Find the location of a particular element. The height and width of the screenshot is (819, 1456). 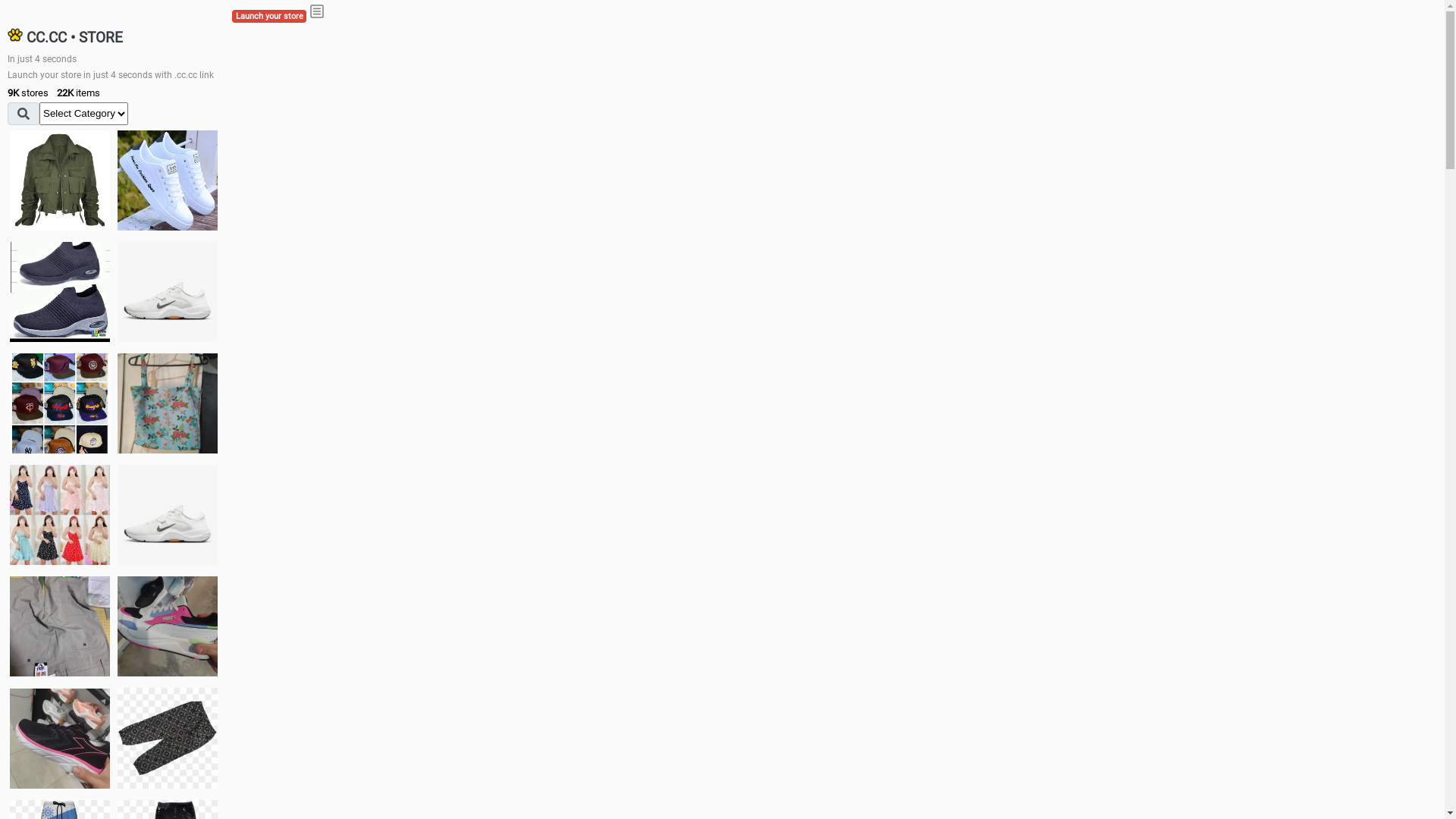

'Launch your store' is located at coordinates (269, 16).